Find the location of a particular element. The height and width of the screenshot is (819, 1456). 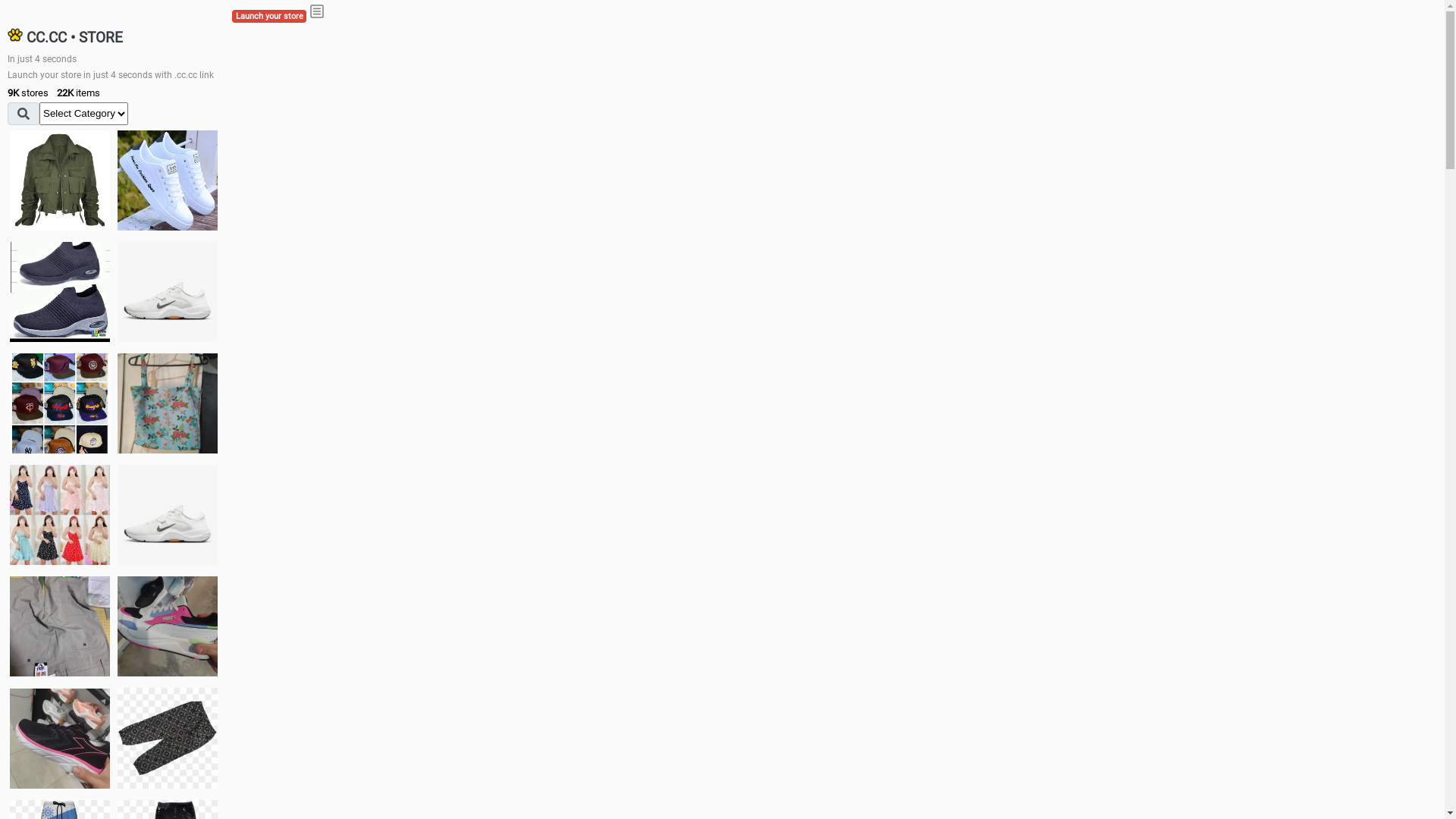

'Launch your store' is located at coordinates (269, 16).